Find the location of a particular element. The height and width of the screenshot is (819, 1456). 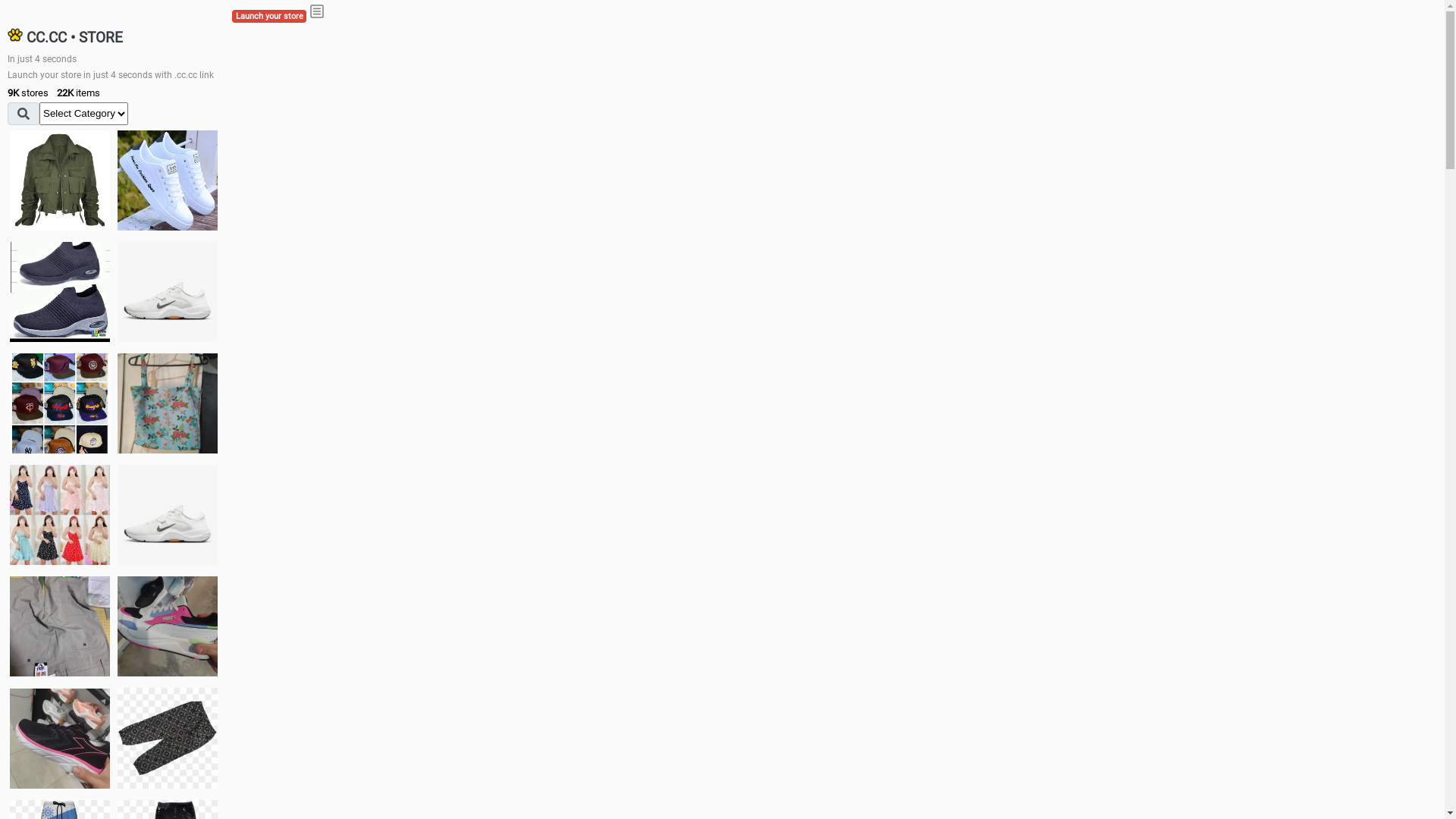

'Launch your store' is located at coordinates (269, 16).